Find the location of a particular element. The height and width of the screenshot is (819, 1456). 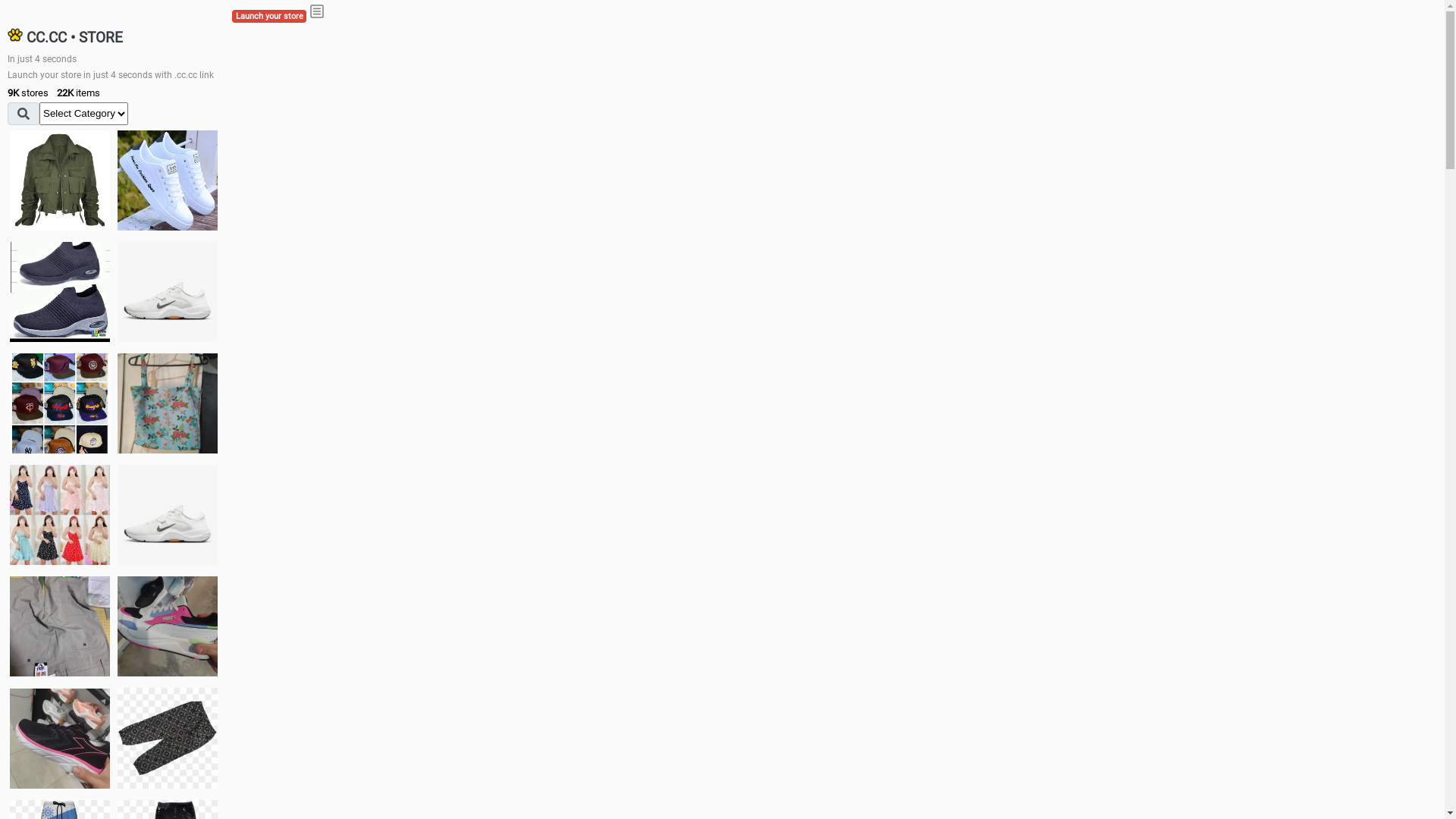

'Launch your store' is located at coordinates (269, 16).